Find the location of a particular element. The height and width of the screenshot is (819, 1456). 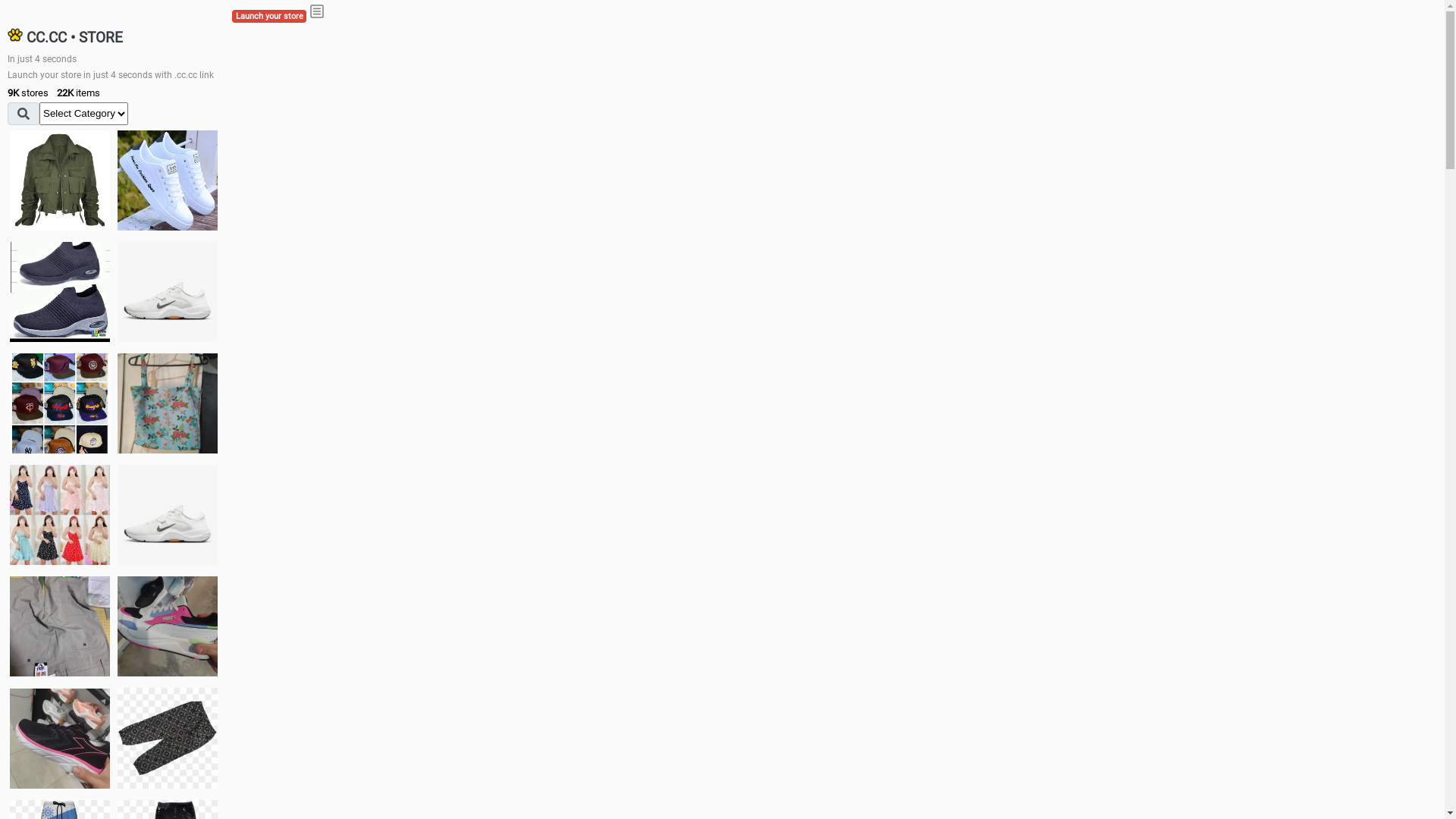

'Launch your store' is located at coordinates (269, 16).